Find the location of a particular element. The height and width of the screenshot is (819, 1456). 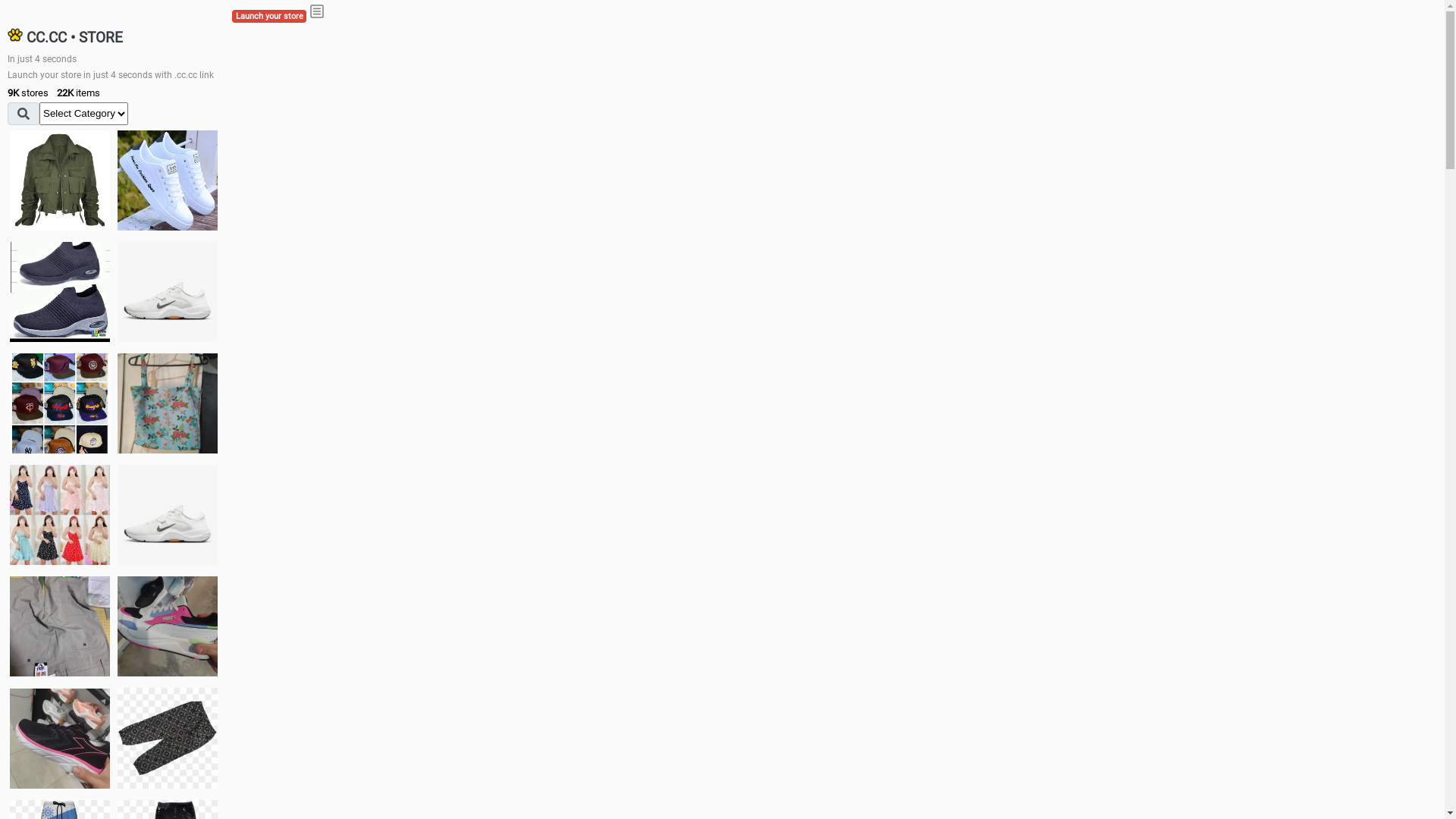

'Launch your store' is located at coordinates (269, 16).